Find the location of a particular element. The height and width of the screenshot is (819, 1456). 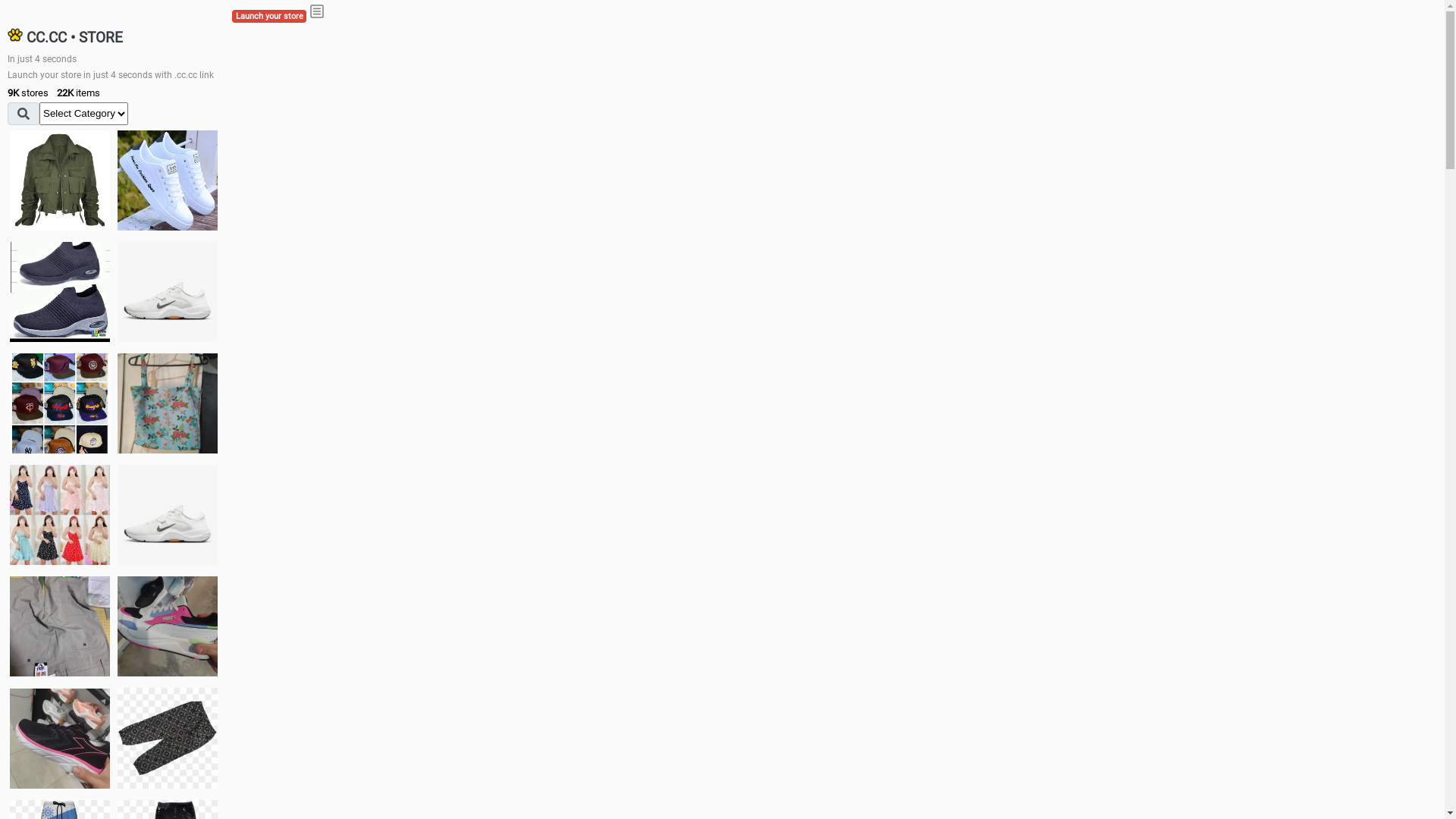

'Launch your store' is located at coordinates (269, 16).